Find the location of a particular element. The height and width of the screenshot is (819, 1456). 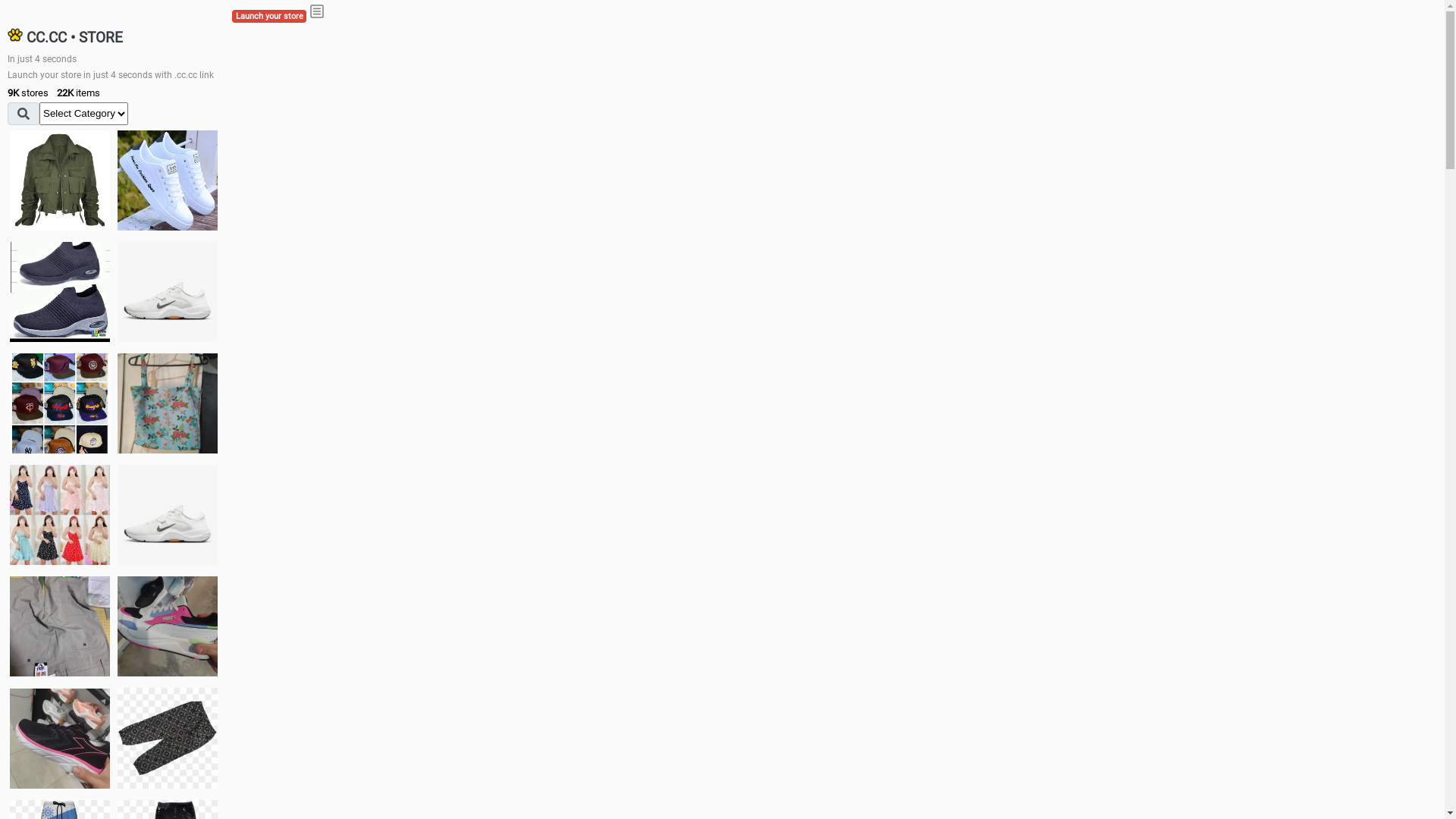

'Launch your store' is located at coordinates (269, 16).